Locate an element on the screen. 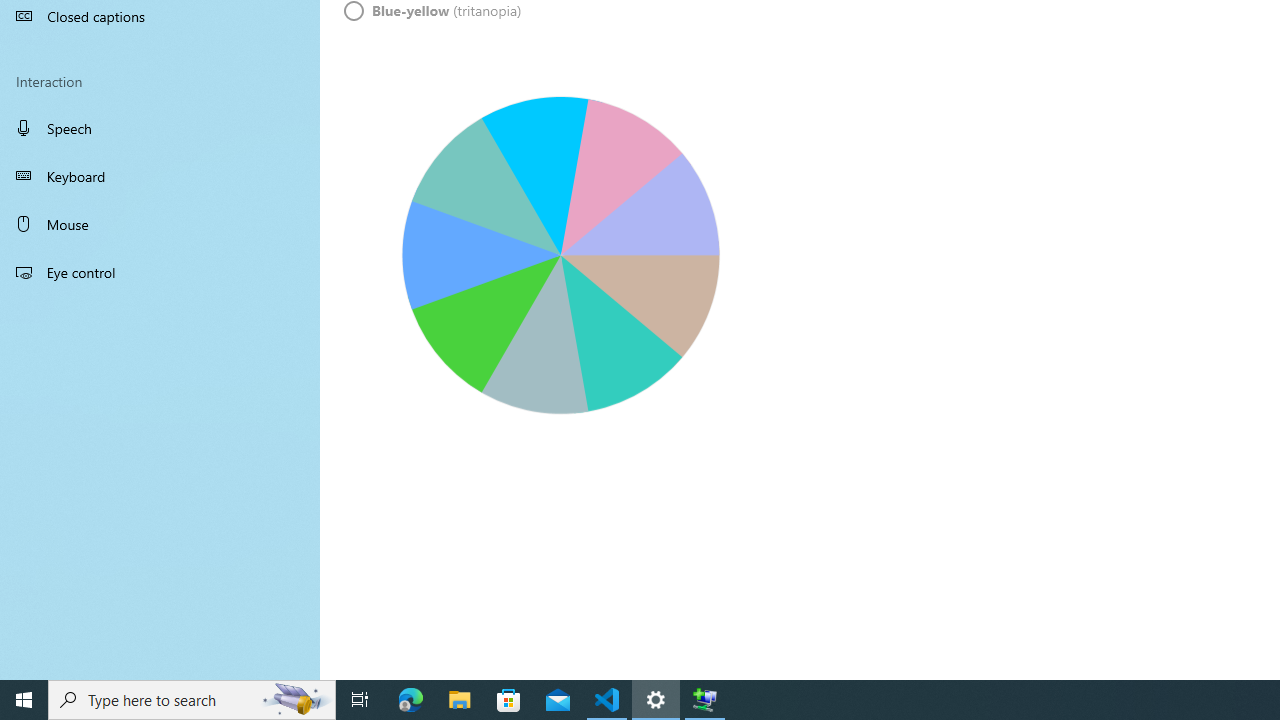  'Settings - 1 running window' is located at coordinates (656, 698).